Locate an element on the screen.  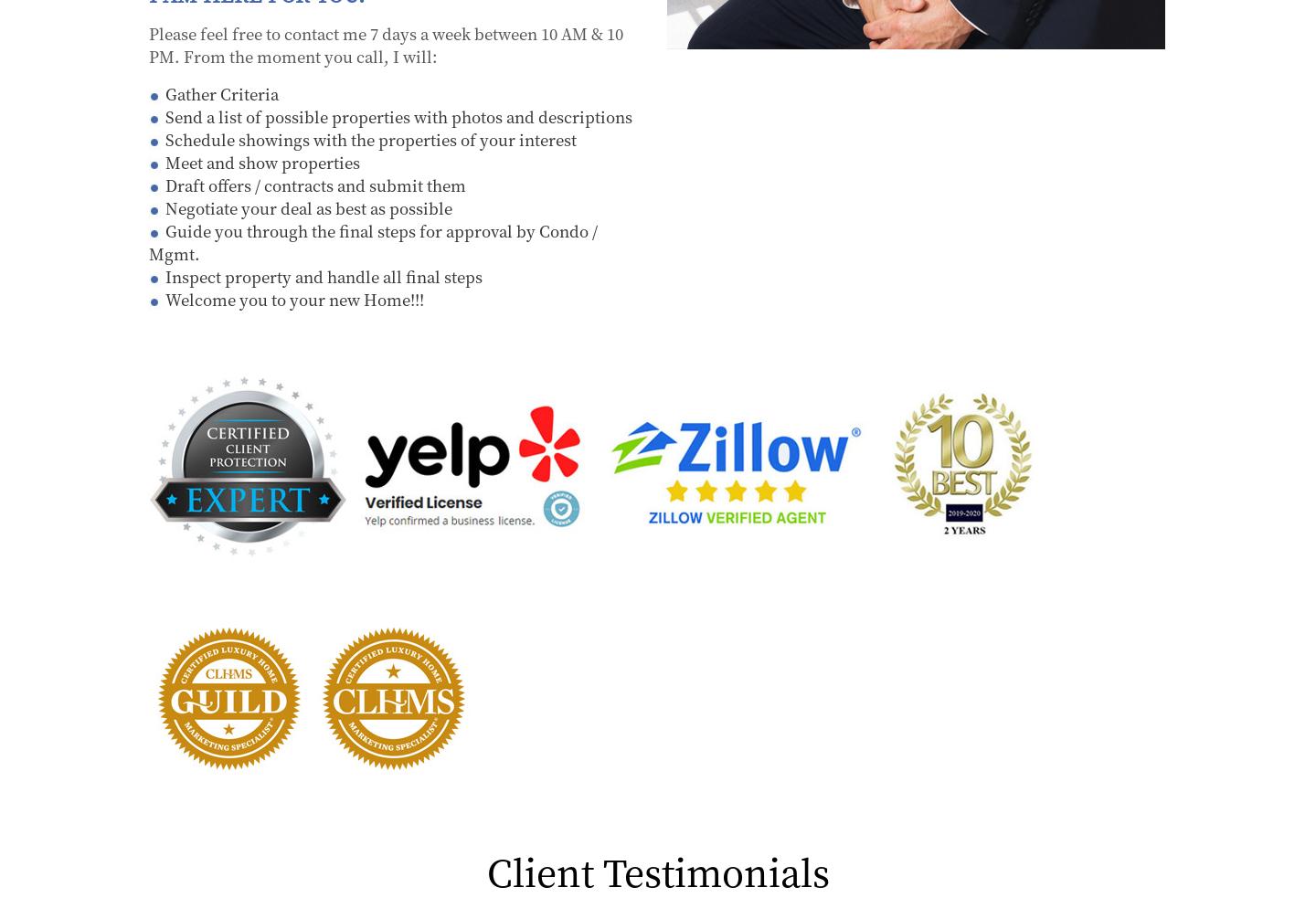
'Please feel free to contact me 7 days a week between 10 AM & 10 PM. From the moment you call, I will:' is located at coordinates (148, 42).